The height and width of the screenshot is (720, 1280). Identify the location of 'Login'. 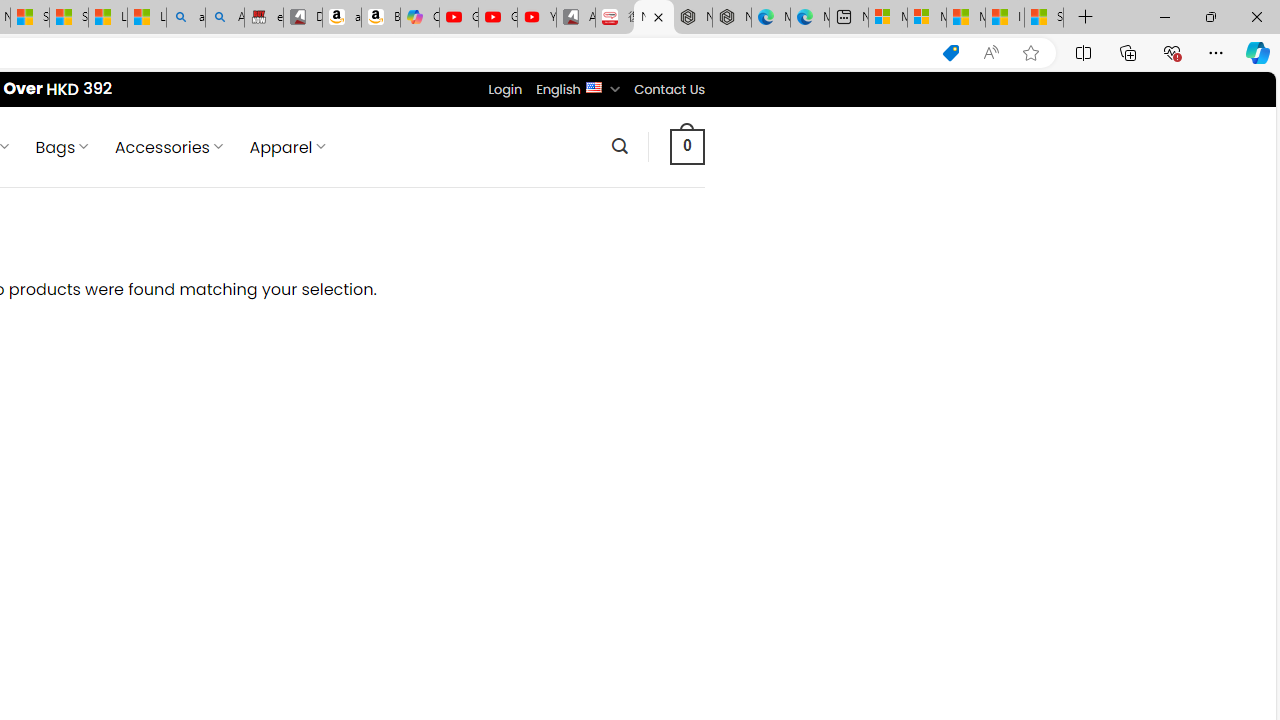
(505, 88).